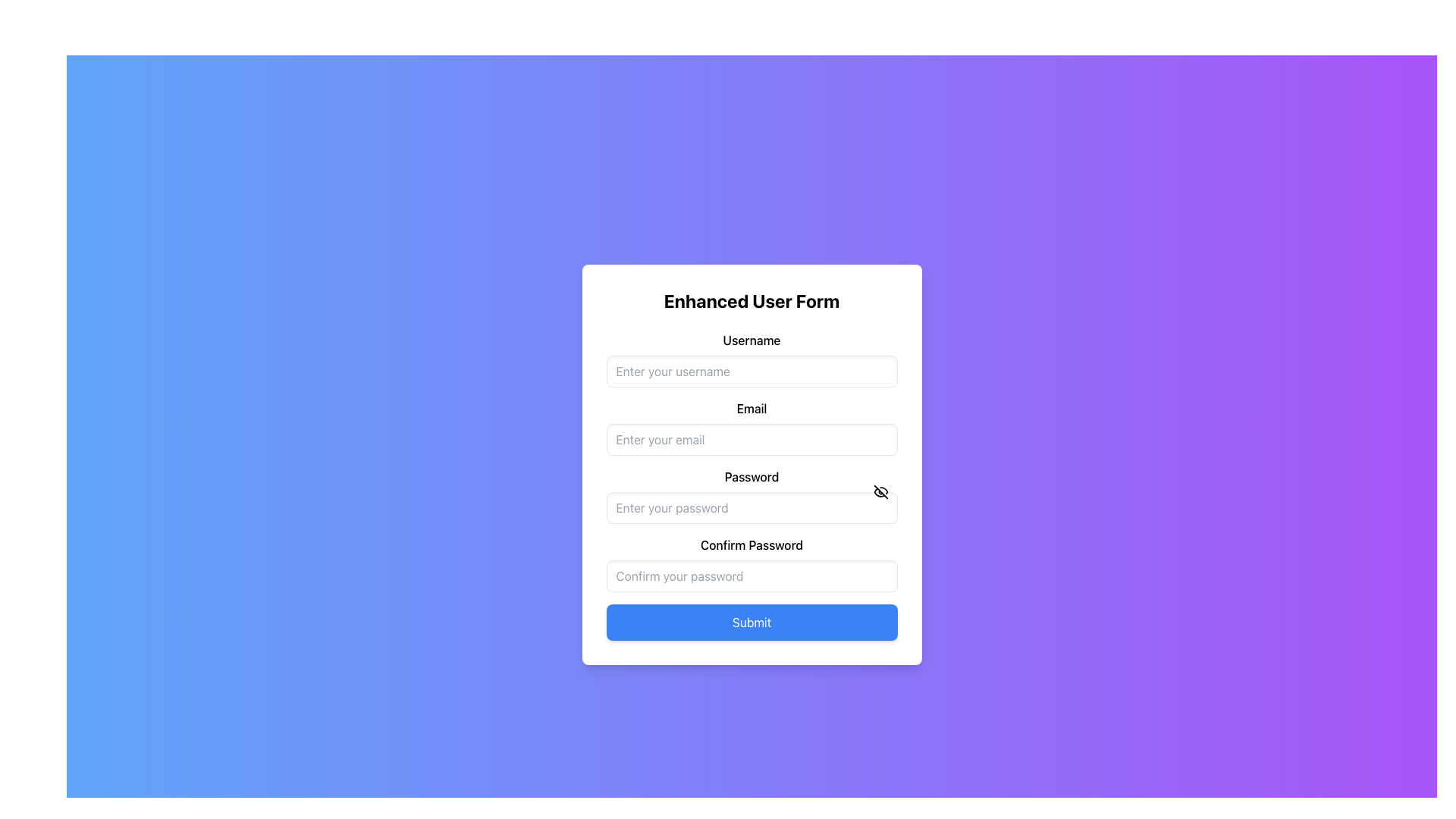 The image size is (1456, 819). I want to click on label that serves as a context for the username input field, which is positioned immediately before the input box, so click(752, 339).